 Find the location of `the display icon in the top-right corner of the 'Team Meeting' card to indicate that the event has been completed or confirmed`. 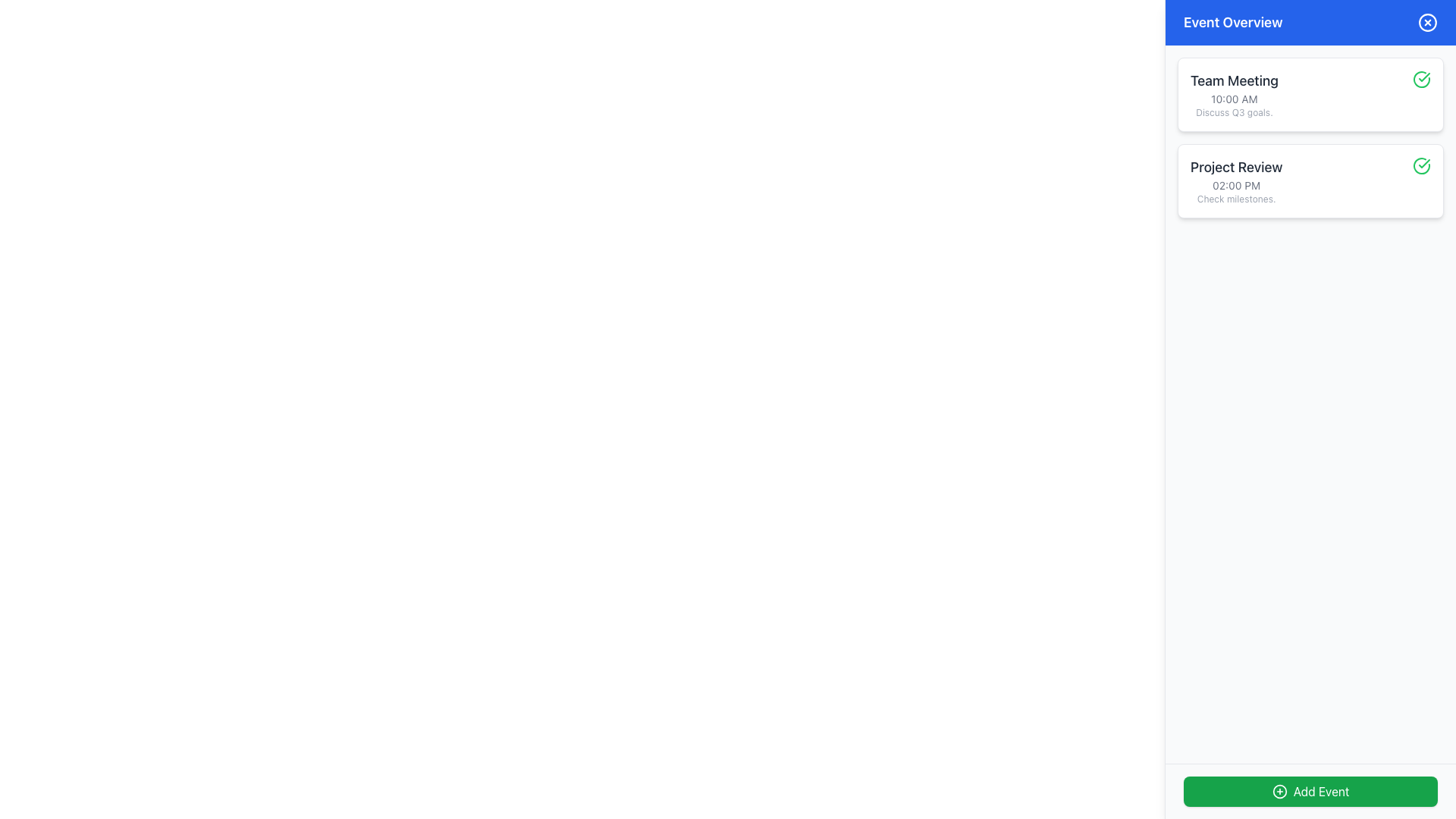

the display icon in the top-right corner of the 'Team Meeting' card to indicate that the event has been completed or confirmed is located at coordinates (1421, 79).